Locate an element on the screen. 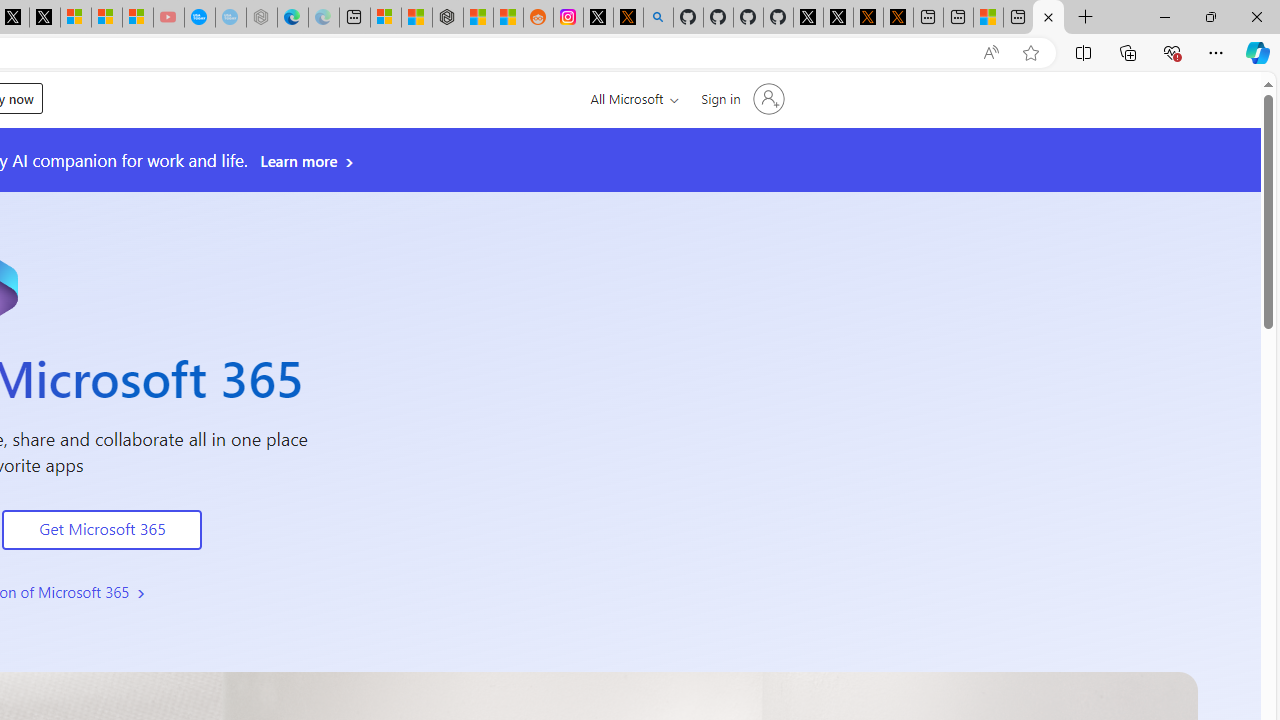 The width and height of the screenshot is (1280, 720). 'Profile / X' is located at coordinates (808, 17).